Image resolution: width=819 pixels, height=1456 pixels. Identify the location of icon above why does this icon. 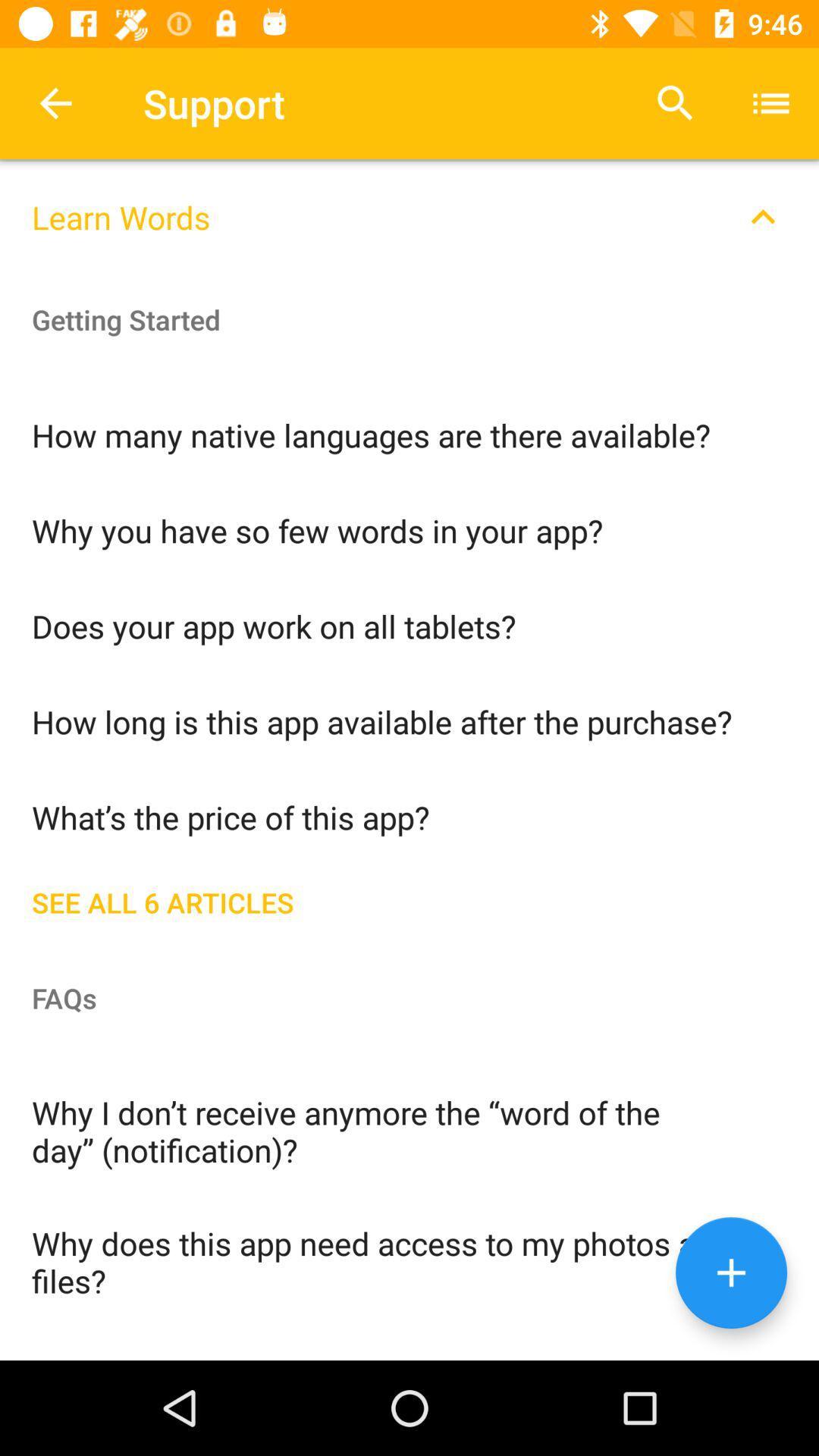
(409, 1130).